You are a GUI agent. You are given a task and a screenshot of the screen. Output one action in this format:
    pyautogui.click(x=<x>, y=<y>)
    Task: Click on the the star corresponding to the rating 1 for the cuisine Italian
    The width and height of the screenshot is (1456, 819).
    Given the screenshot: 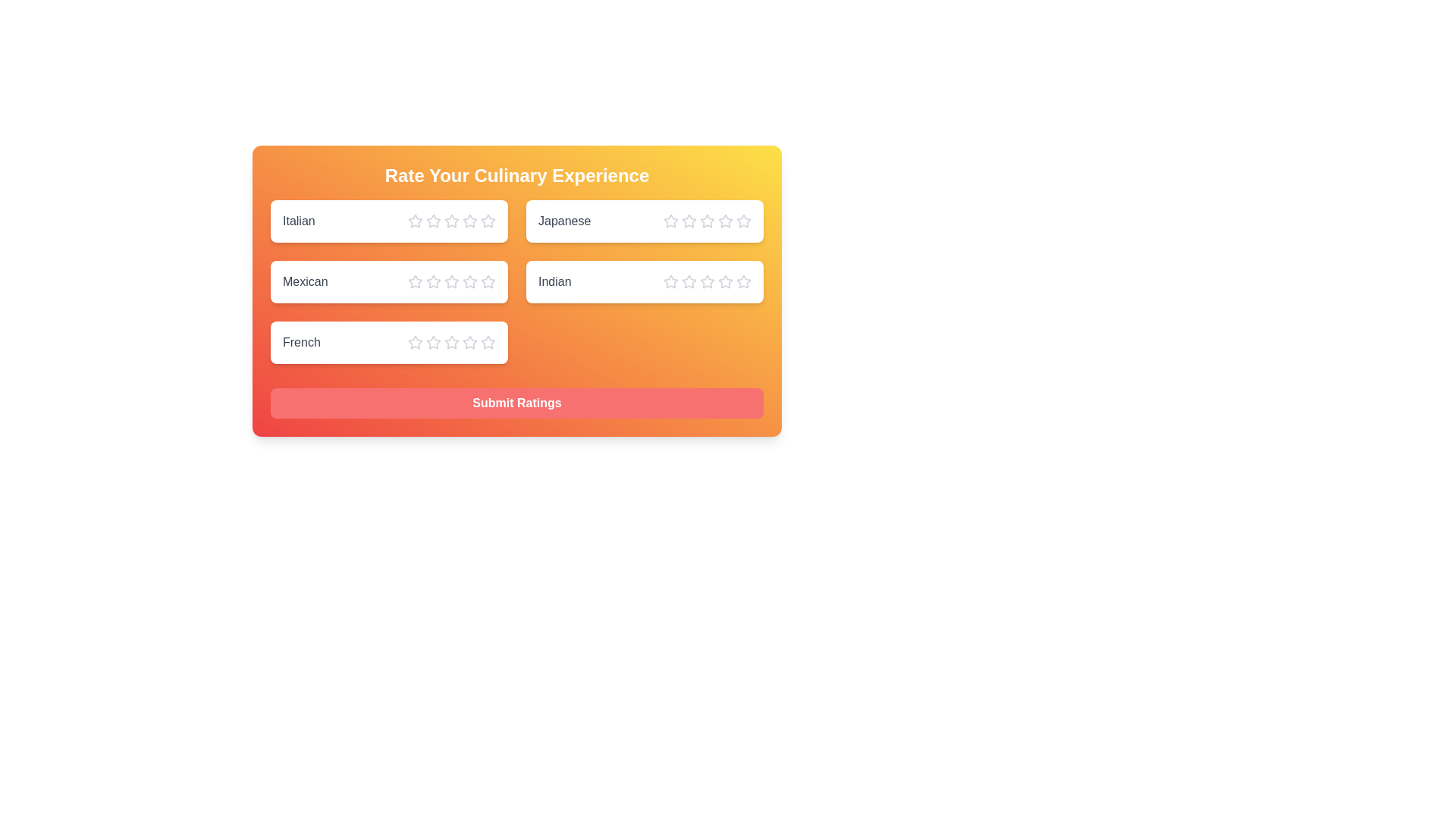 What is the action you would take?
    pyautogui.click(x=415, y=221)
    